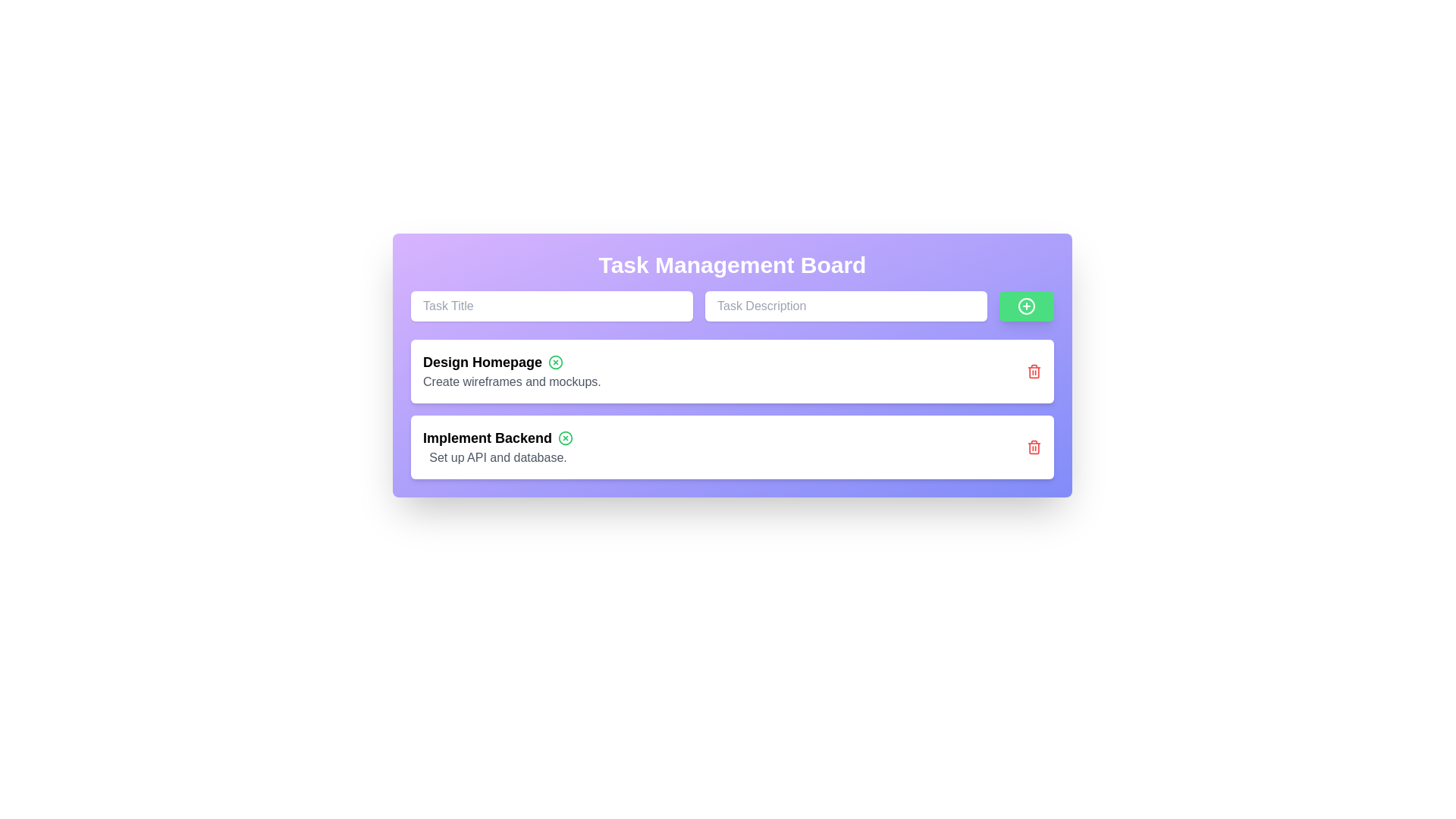  Describe the element at coordinates (1026, 306) in the screenshot. I see `the green circular icon button with a plus sign located at the top-right corner of the task input section` at that location.